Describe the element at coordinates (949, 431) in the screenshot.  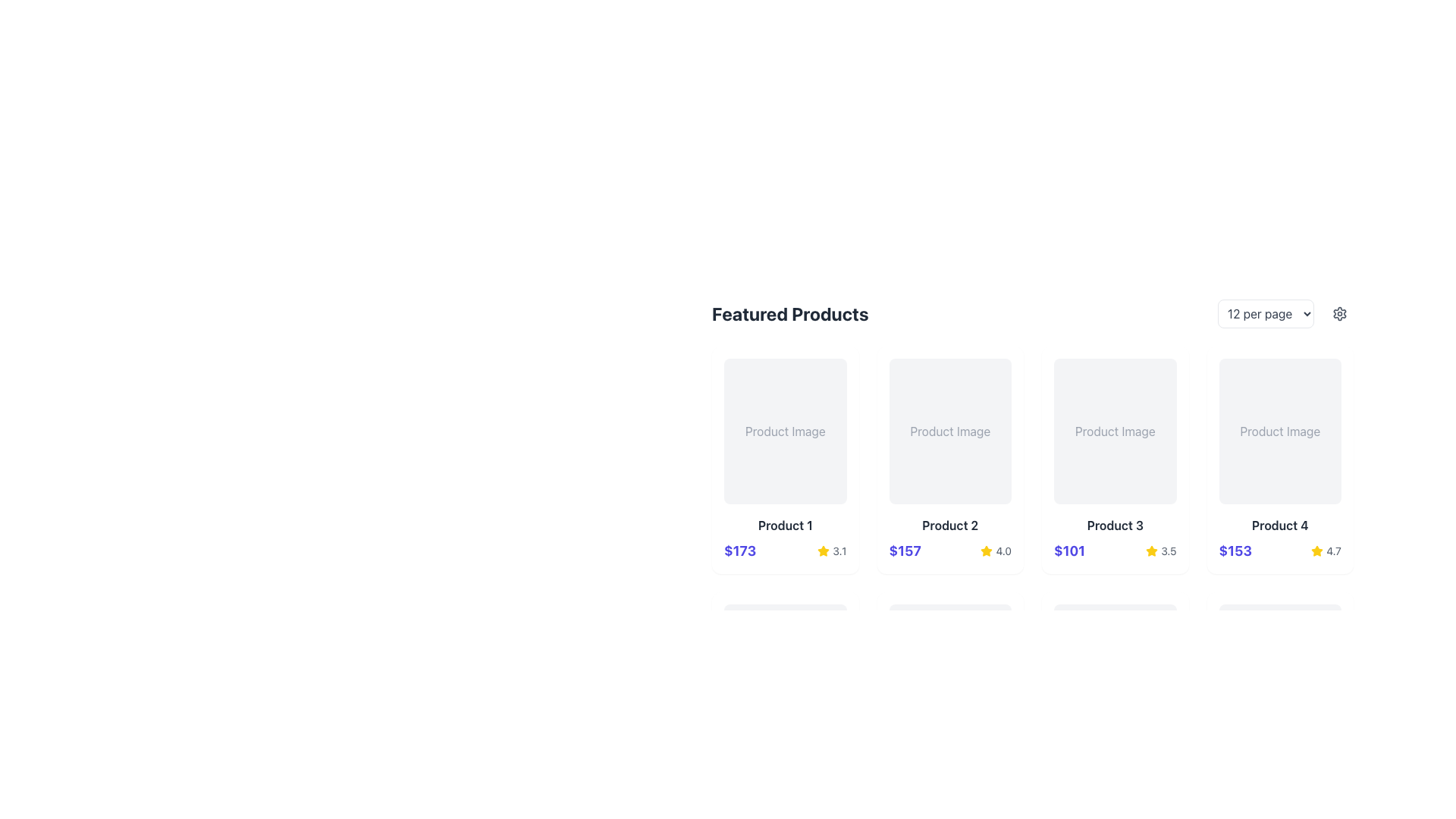
I see `the text label indicating the intended space for displaying a 'Product Image' within the second product card labeled 'Product 2'` at that location.